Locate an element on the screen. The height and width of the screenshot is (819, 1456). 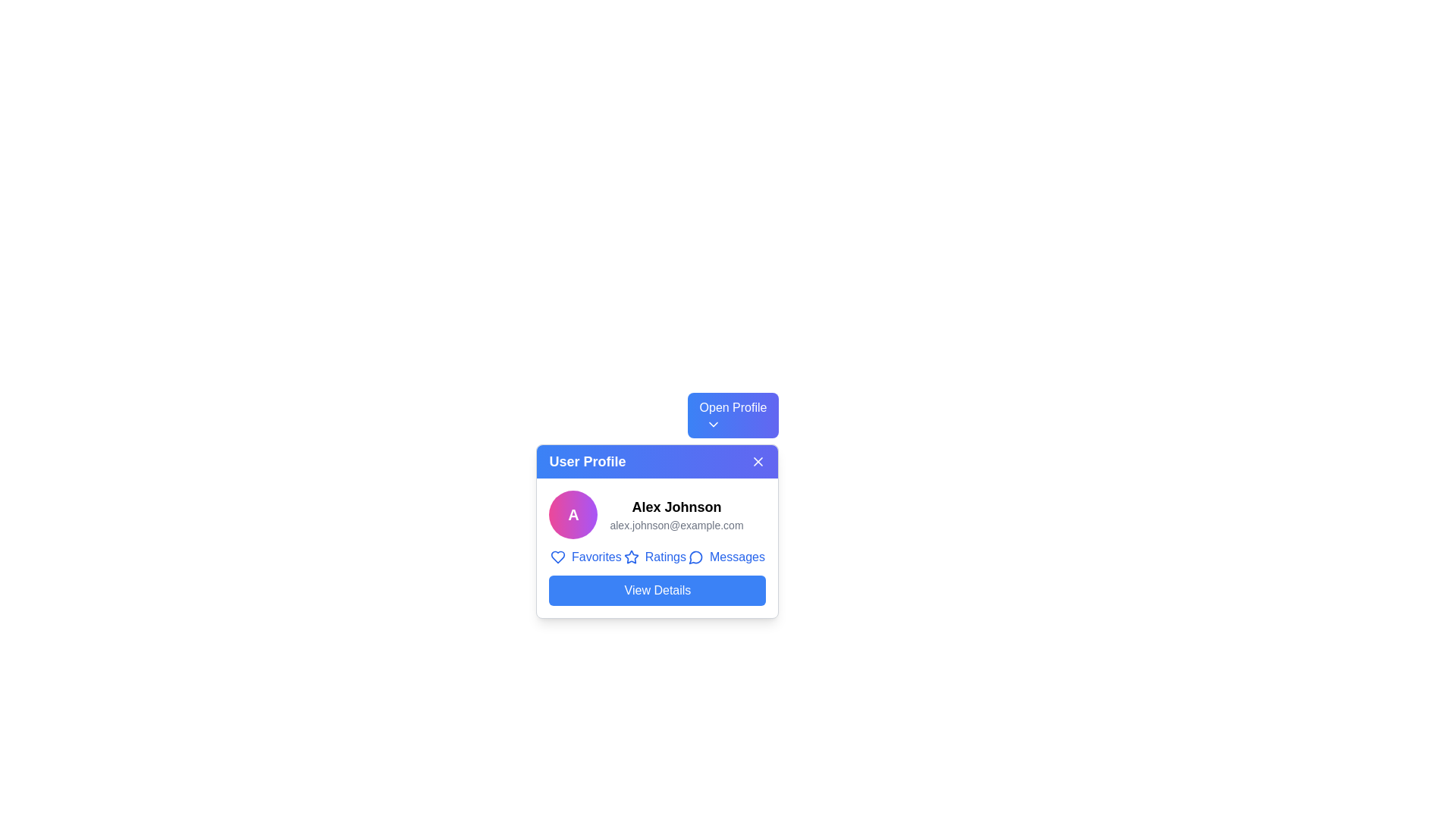
the 'Ratings' link in the User profile section is located at coordinates (657, 548).